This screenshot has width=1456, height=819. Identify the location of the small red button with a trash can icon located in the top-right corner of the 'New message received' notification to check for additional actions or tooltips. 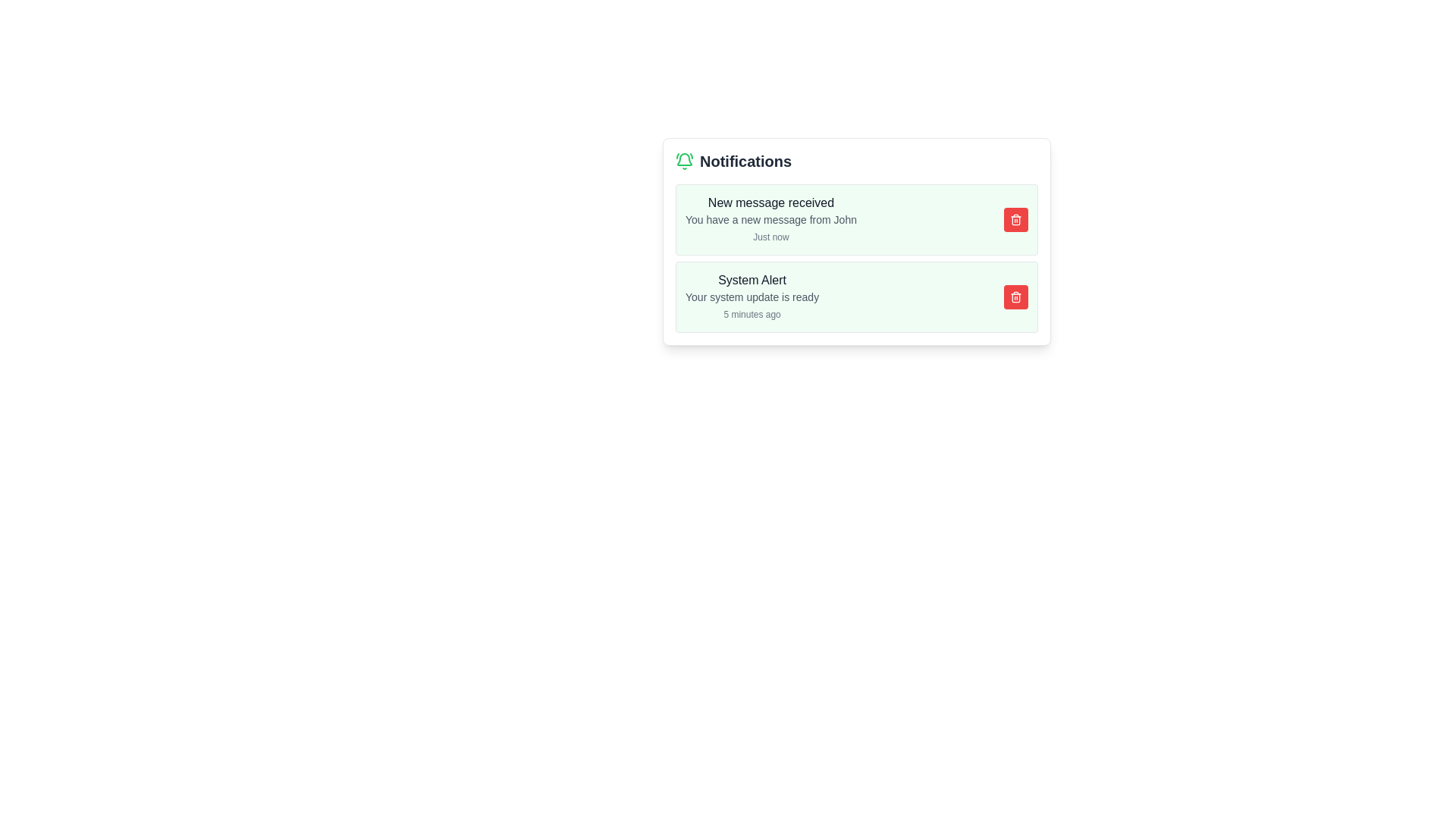
(1015, 219).